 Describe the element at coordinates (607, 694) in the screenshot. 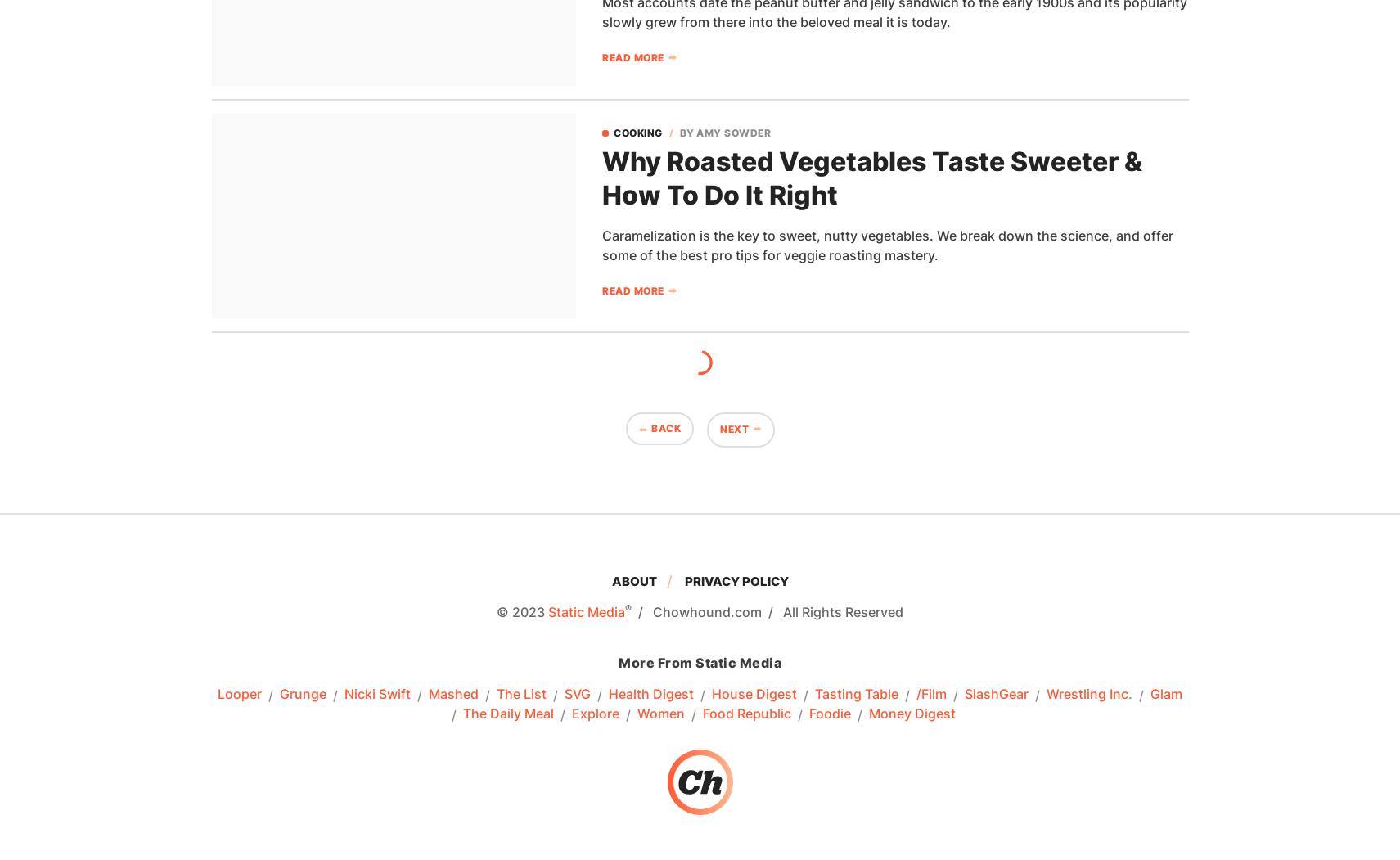

I see `'Health Digest'` at that location.